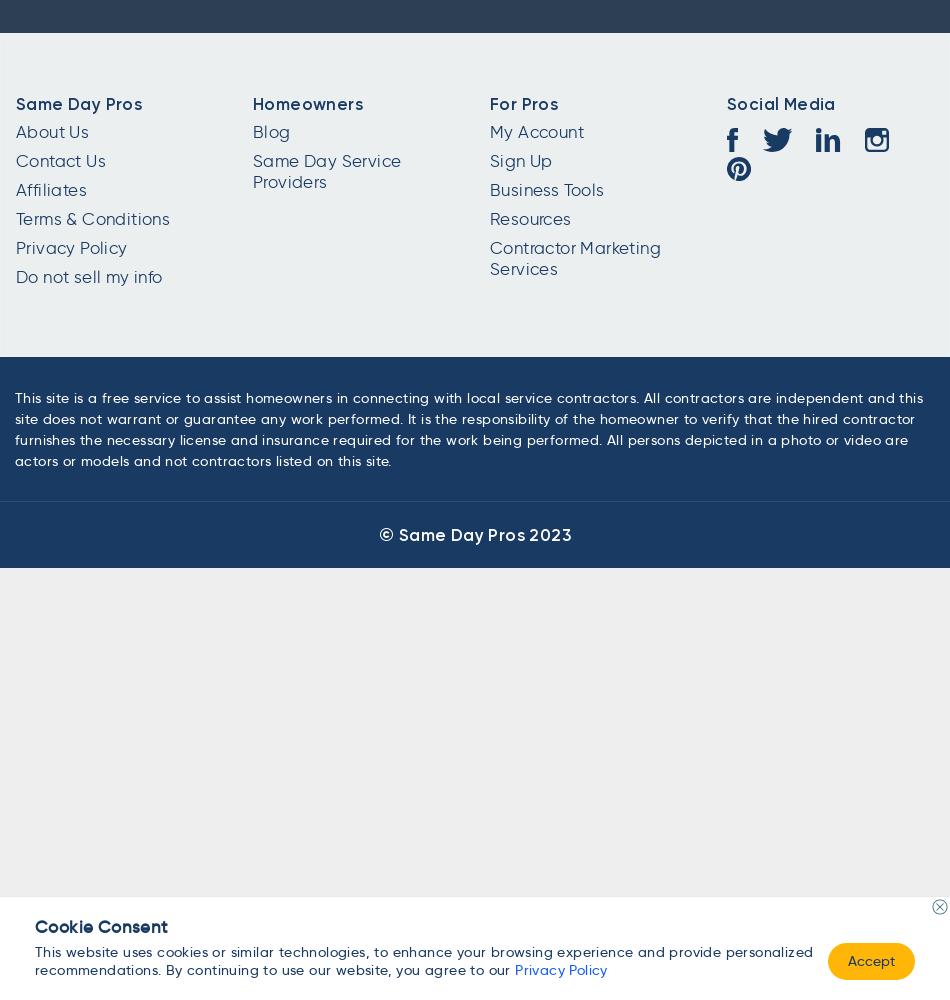 This screenshot has width=950, height=1000. What do you see at coordinates (530, 217) in the screenshot?
I see `'Resources'` at bounding box center [530, 217].